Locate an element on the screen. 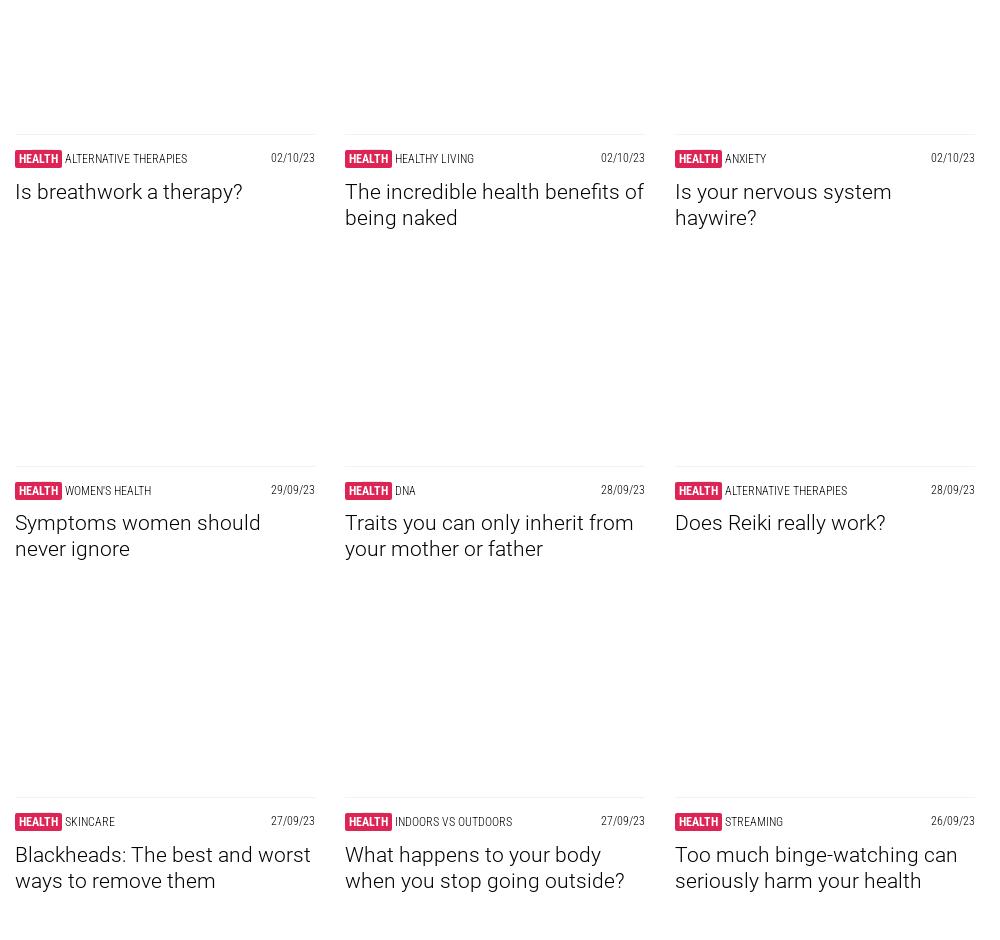  'Symptoms women should never ignore' is located at coordinates (138, 534).